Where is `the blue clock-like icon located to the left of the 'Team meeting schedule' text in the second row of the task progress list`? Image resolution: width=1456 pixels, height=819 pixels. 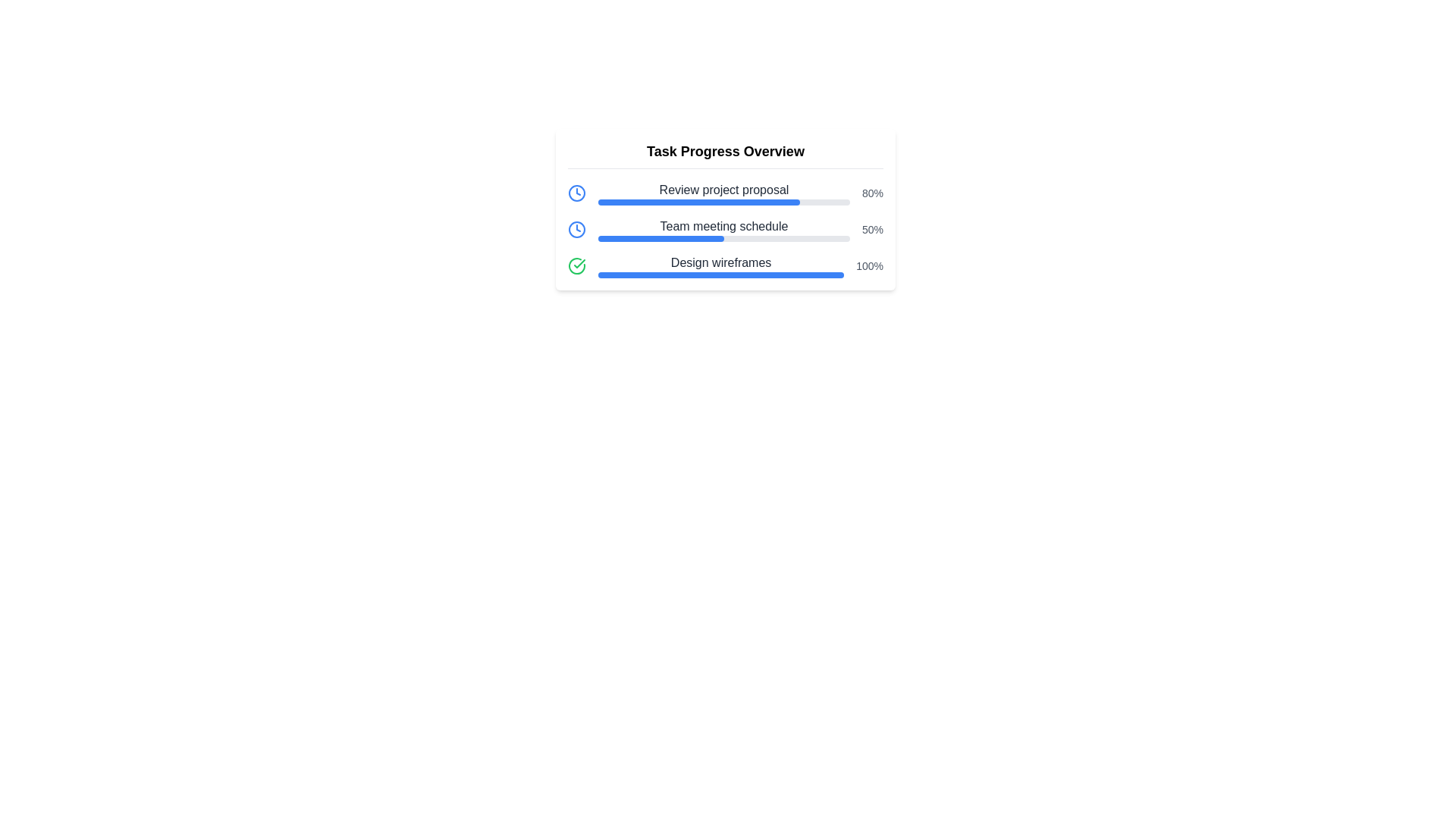
the blue clock-like icon located to the left of the 'Team meeting schedule' text in the second row of the task progress list is located at coordinates (576, 192).